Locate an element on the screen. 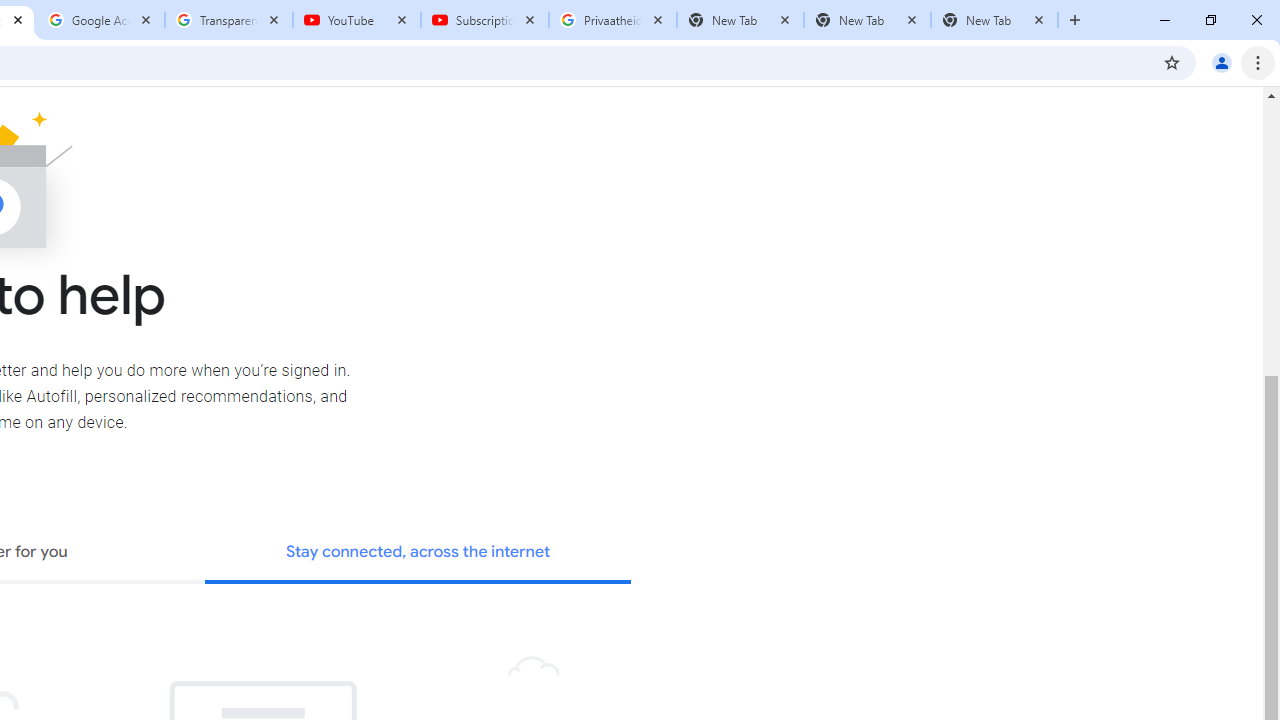 This screenshot has width=1280, height=720. 'Subscriptions - YouTube' is located at coordinates (485, 20).